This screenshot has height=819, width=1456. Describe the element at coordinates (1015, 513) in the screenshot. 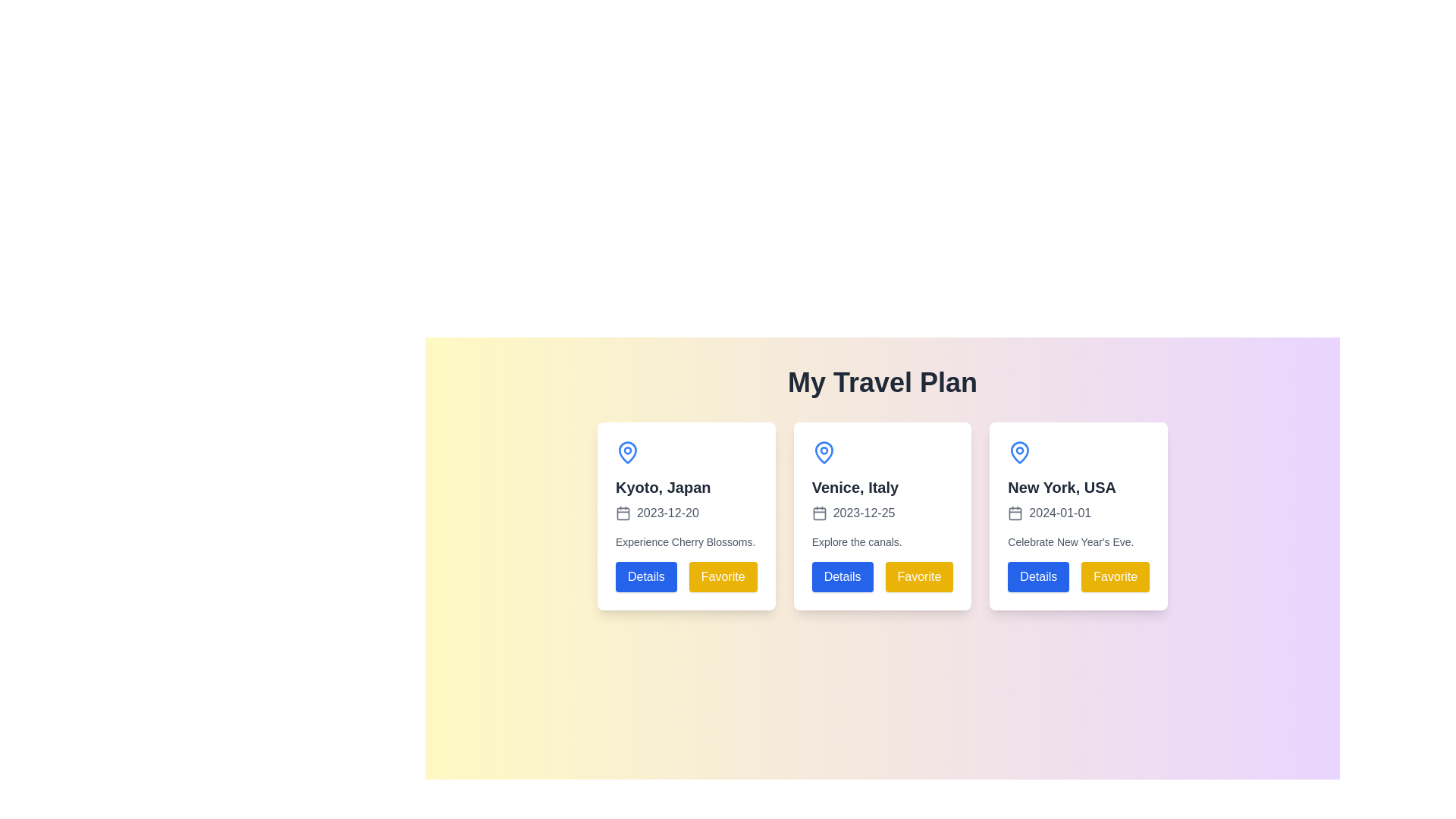

I see `the calendar graphic element representing the date in the travel plan for 'New York, USA'` at that location.